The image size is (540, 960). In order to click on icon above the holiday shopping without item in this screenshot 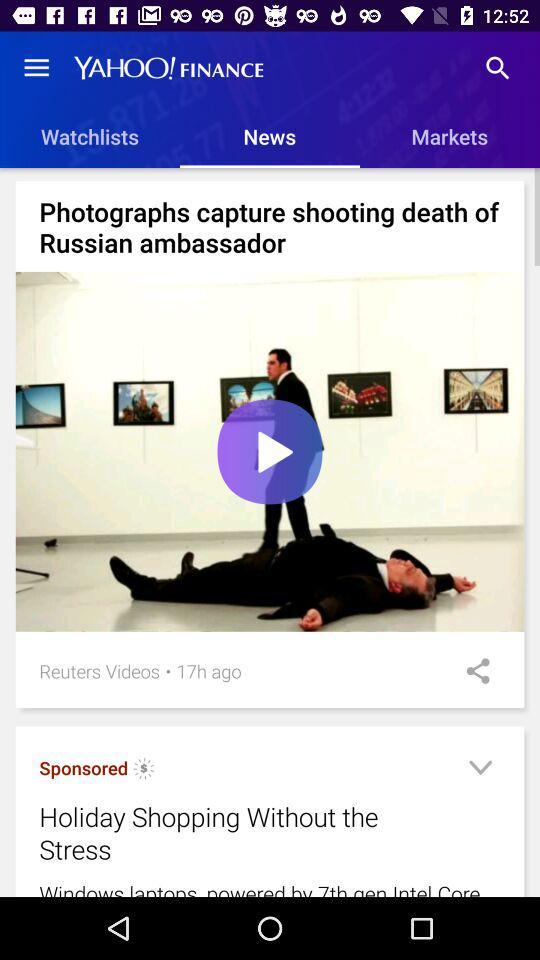, I will do `click(143, 770)`.